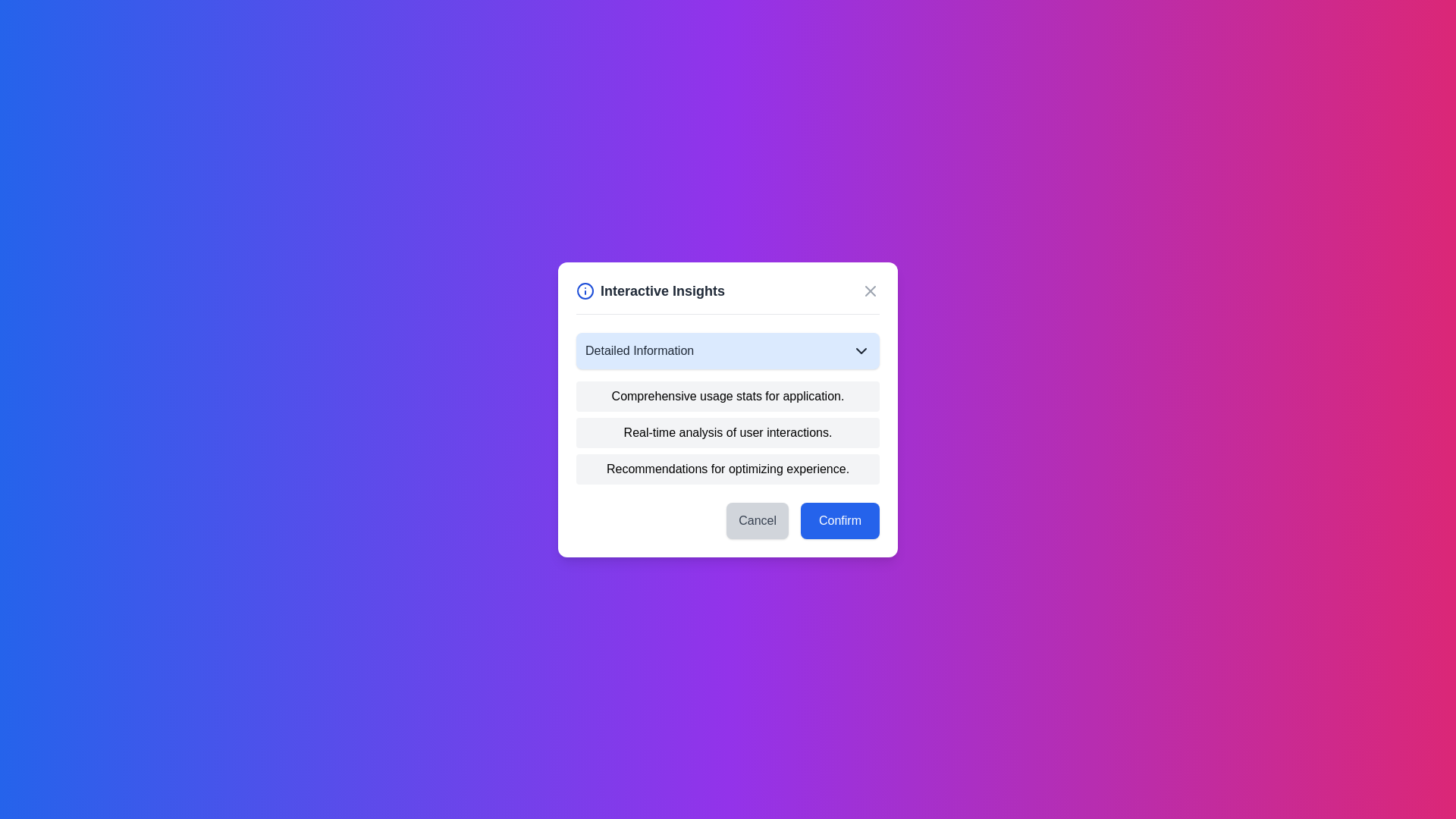 Image resolution: width=1456 pixels, height=819 pixels. I want to click on the 'Interactive Insights' text label, which is styled in bold and dark gray, located at the top part of a centered modal dialog, next to an information icon, so click(662, 290).